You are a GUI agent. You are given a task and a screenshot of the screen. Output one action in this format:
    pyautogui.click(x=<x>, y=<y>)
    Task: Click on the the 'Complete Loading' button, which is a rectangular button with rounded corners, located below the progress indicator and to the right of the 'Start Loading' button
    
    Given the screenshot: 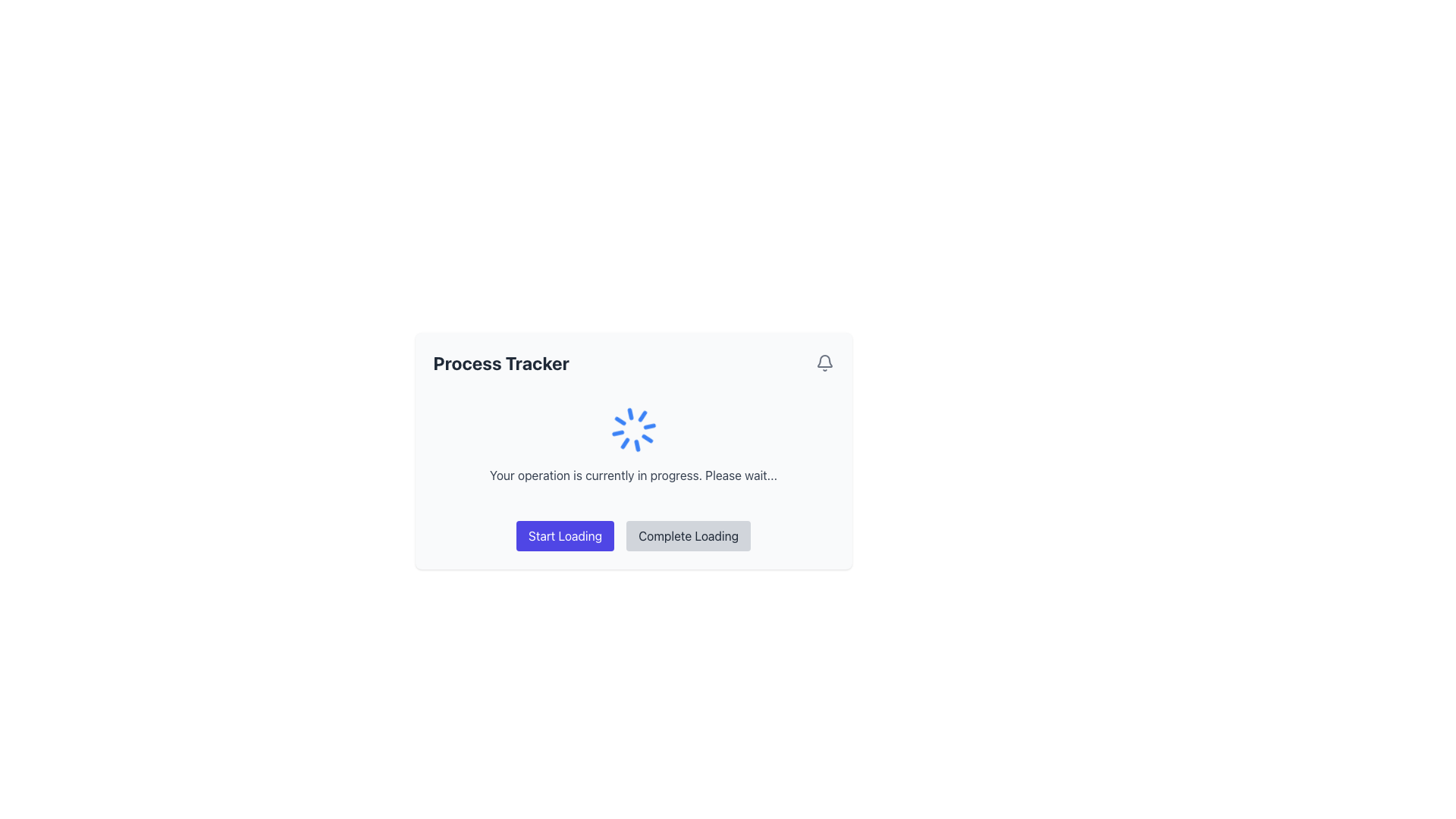 What is the action you would take?
    pyautogui.click(x=687, y=535)
    